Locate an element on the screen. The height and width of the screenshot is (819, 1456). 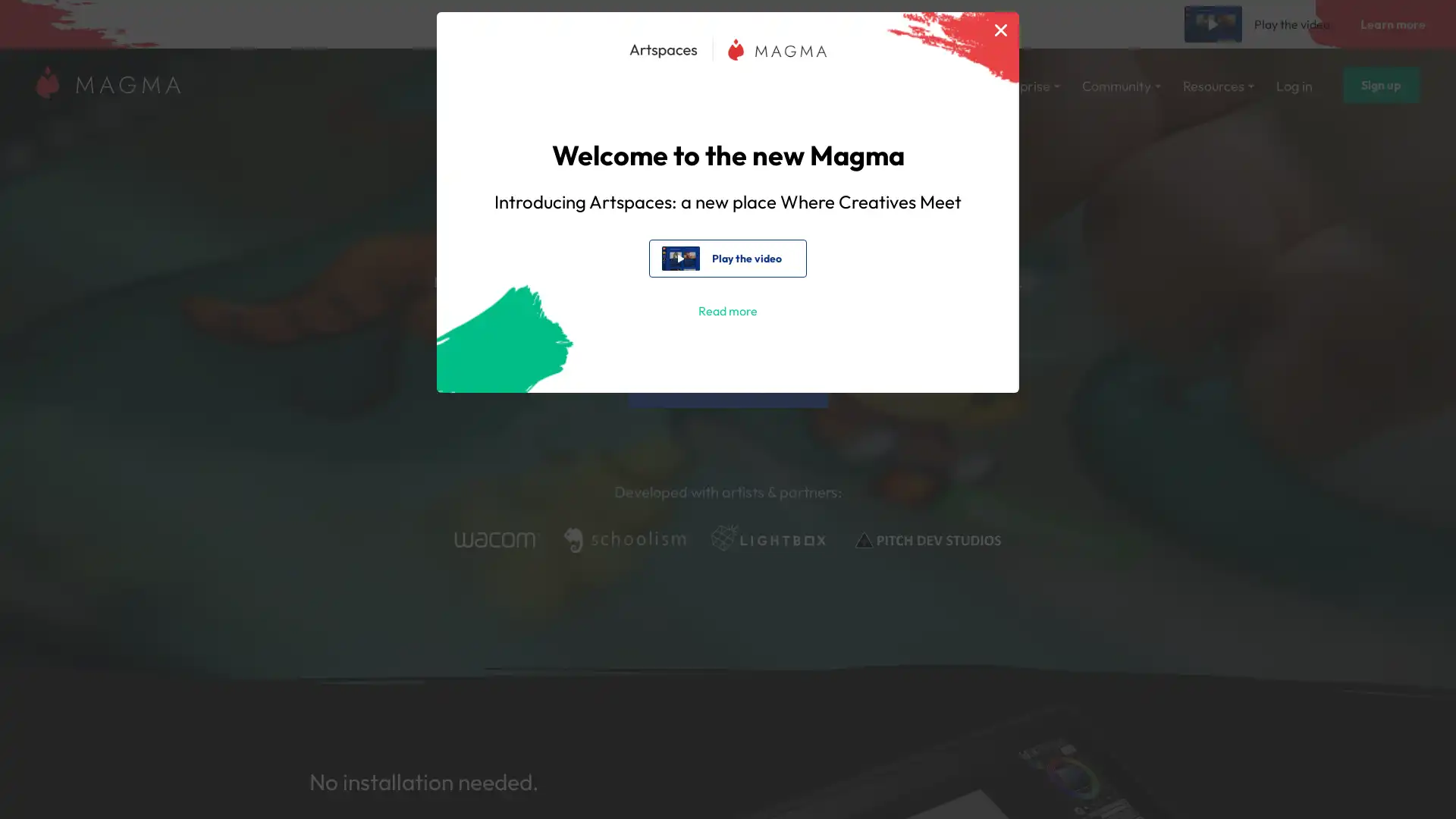
Open Intercom Messenger is located at coordinates (1417, 780).